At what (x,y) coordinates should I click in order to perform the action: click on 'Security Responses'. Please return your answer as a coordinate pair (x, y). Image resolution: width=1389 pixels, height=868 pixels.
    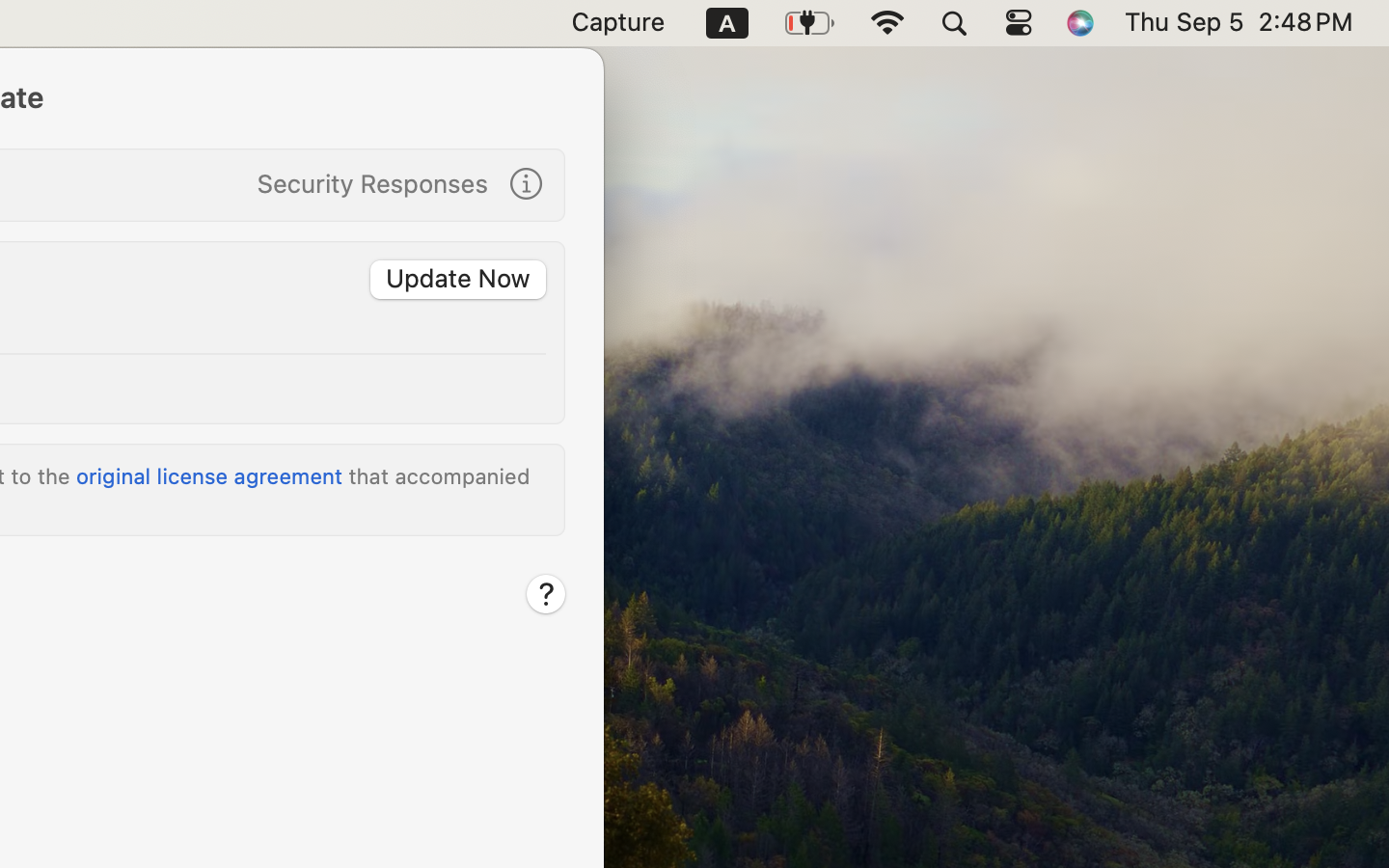
    Looking at the image, I should click on (371, 182).